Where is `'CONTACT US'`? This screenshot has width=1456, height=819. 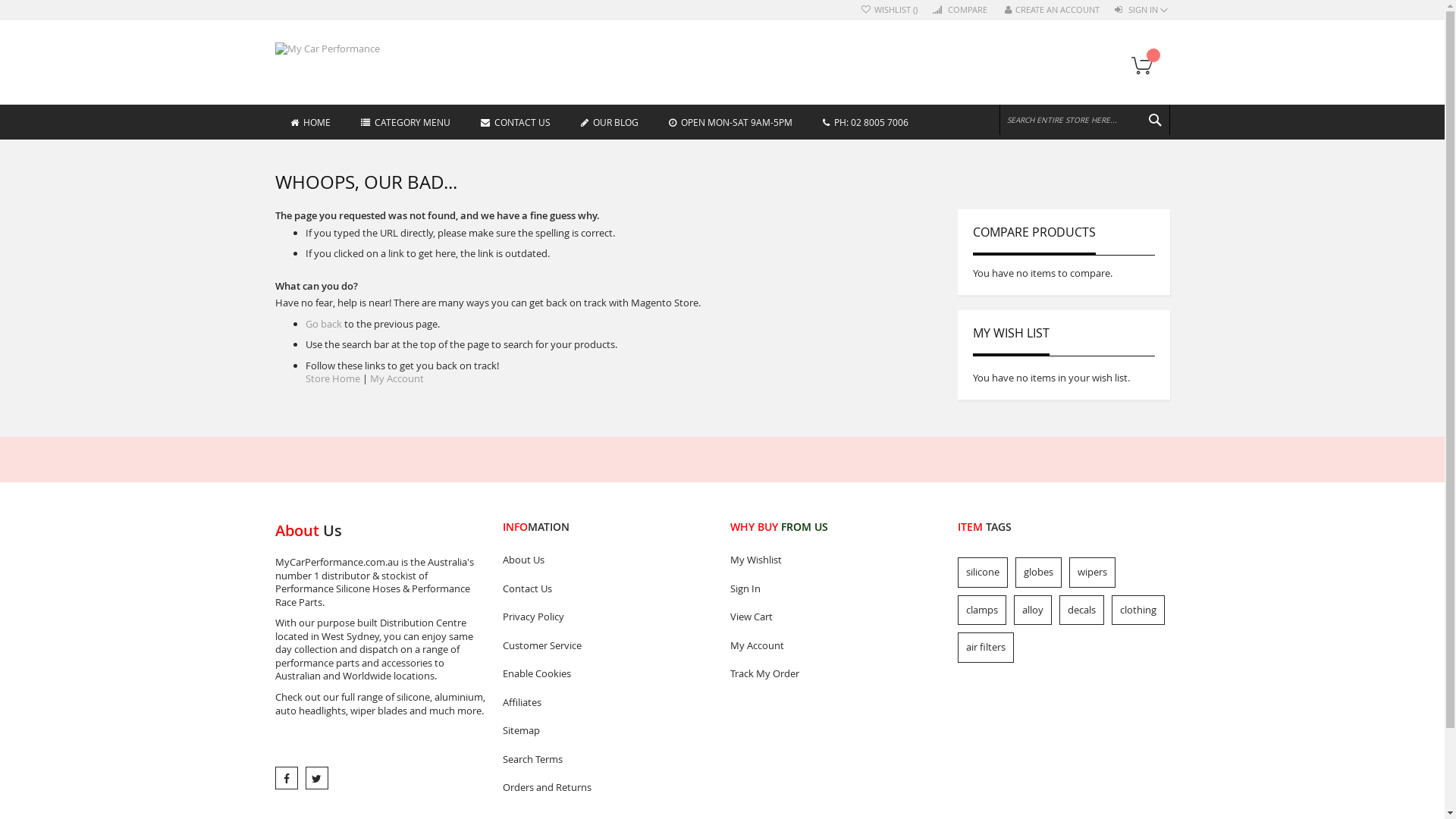 'CONTACT US' is located at coordinates (465, 121).